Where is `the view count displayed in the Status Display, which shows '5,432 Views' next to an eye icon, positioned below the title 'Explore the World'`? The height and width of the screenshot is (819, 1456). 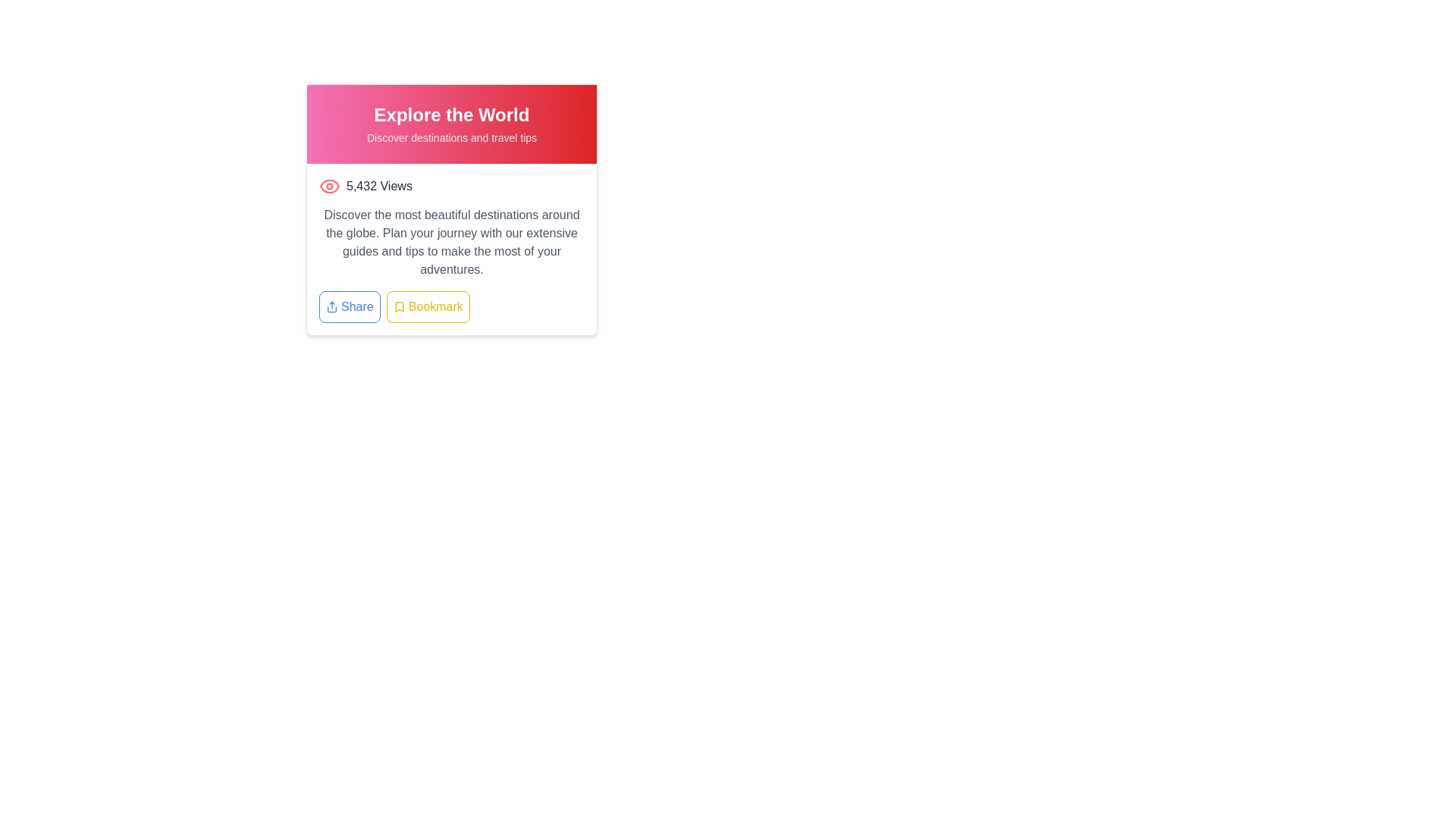 the view count displayed in the Status Display, which shows '5,432 Views' next to an eye icon, positioned below the title 'Explore the World' is located at coordinates (450, 186).